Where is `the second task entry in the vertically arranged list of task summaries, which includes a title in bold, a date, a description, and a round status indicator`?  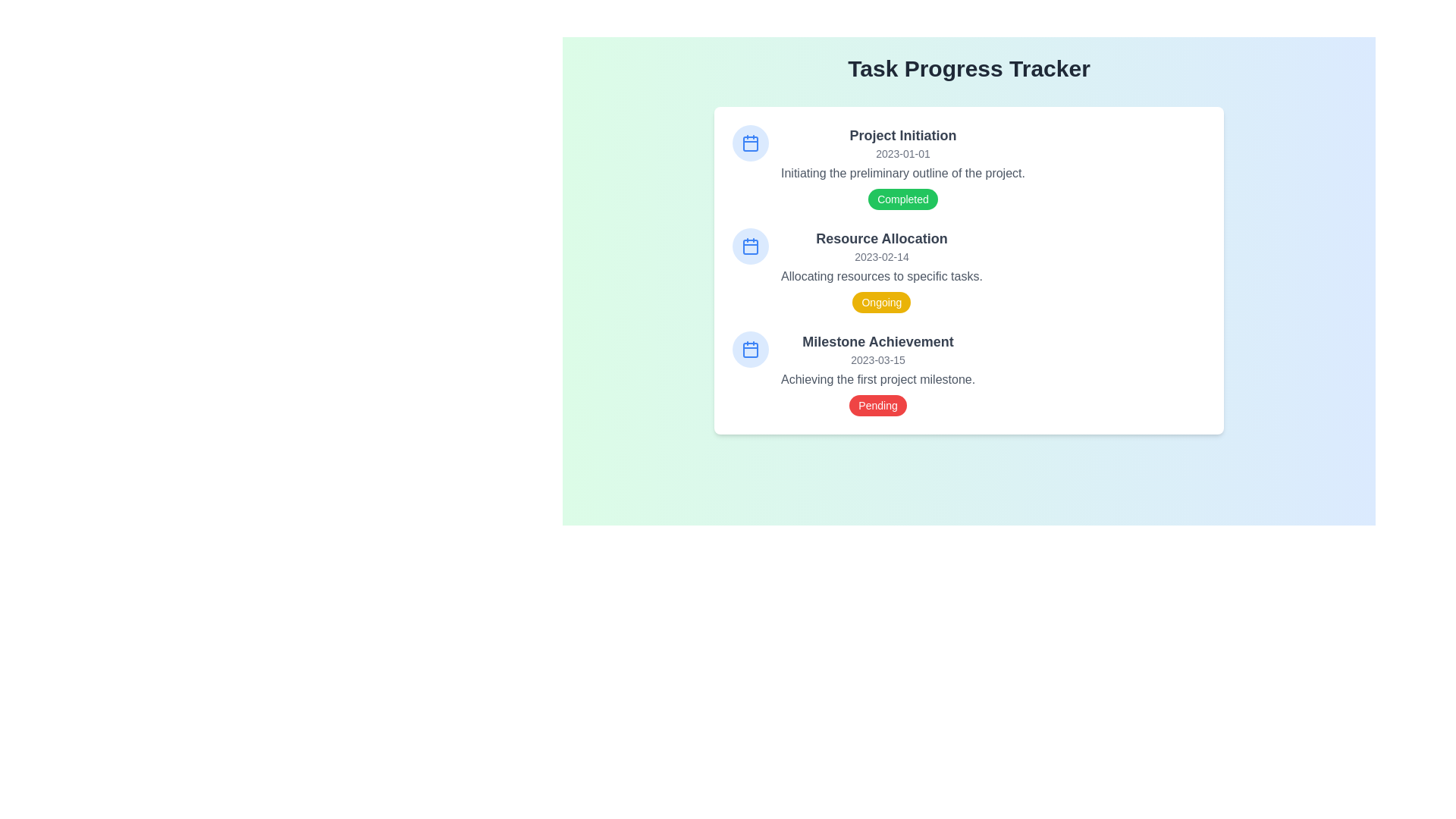 the second task entry in the vertically arranged list of task summaries, which includes a title in bold, a date, a description, and a round status indicator is located at coordinates (968, 270).